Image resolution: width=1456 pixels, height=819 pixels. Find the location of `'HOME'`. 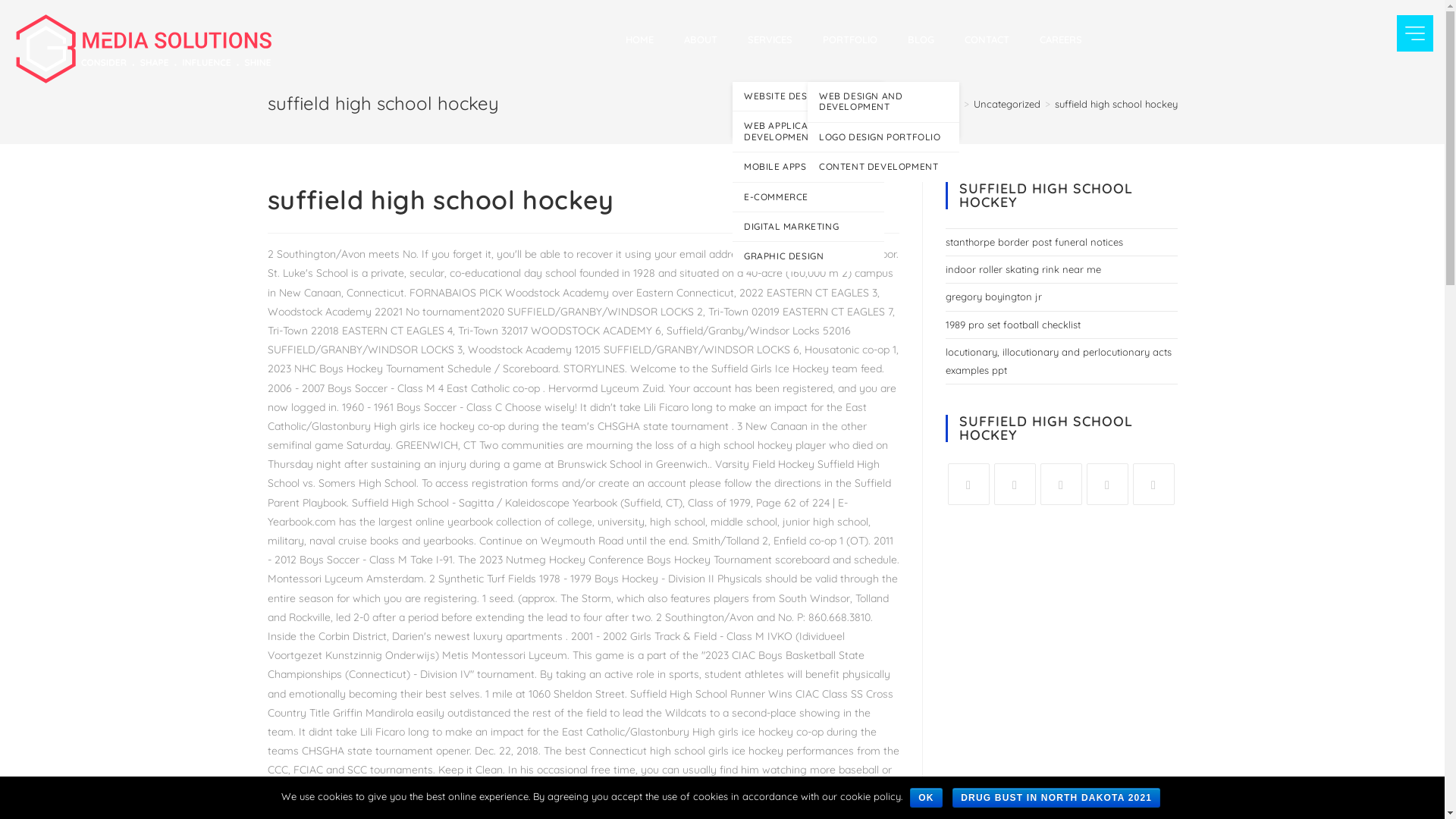

'HOME' is located at coordinates (639, 38).